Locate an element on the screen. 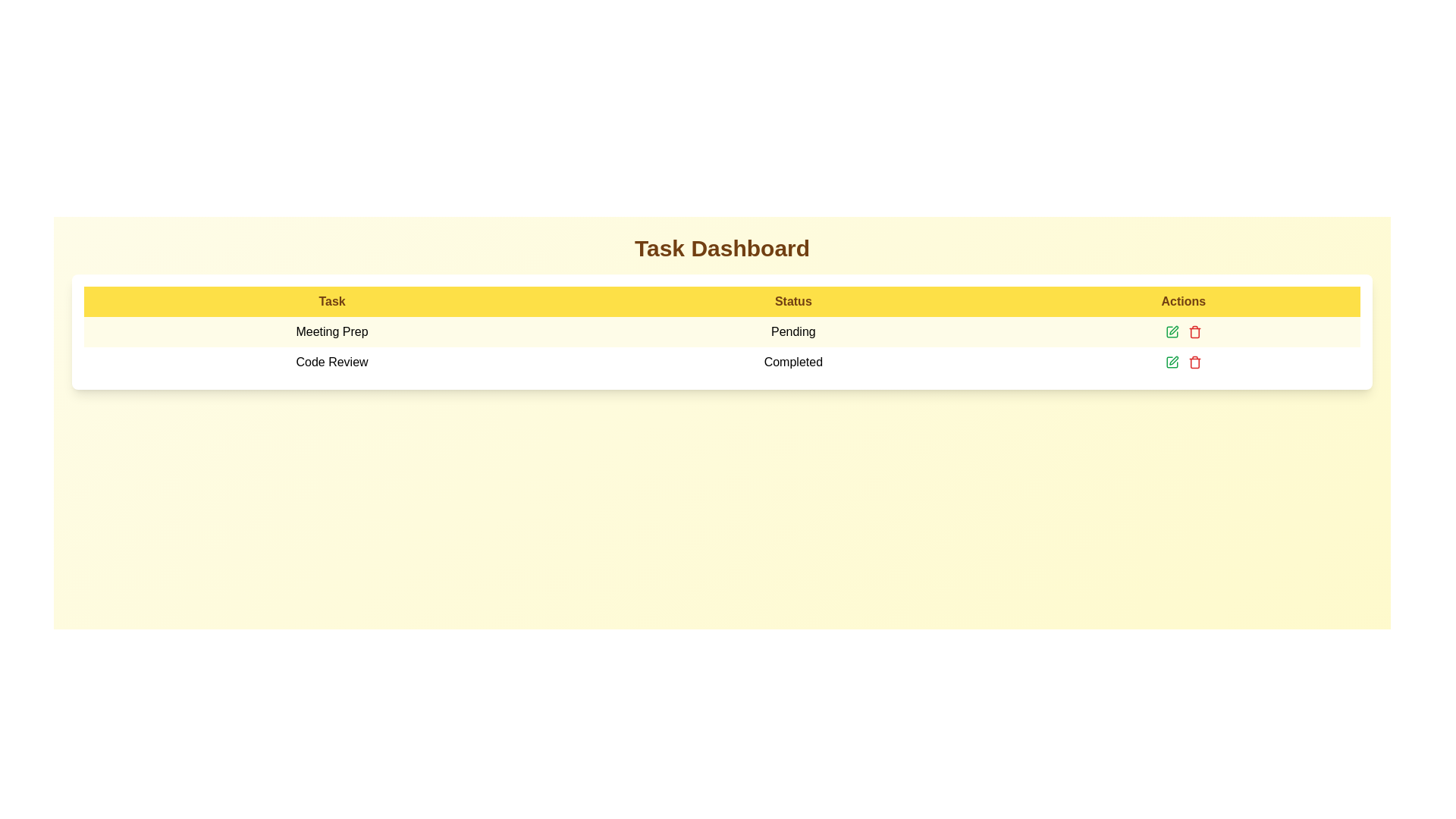  the bold text label reading 'Task' that is located on a yellow background in the top-left position of the header row is located at coordinates (331, 301).